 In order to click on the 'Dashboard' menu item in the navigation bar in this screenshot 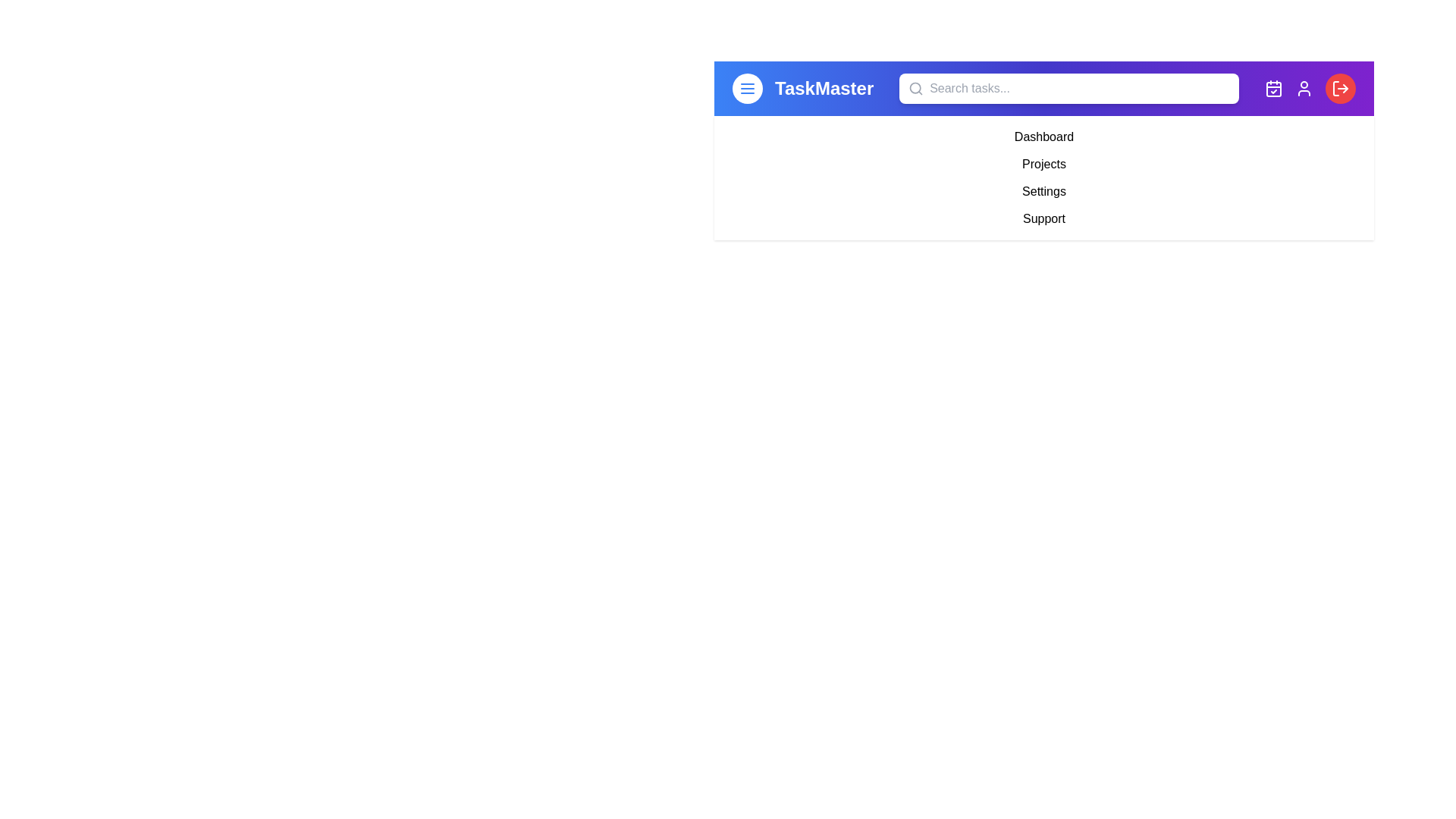, I will do `click(1043, 137)`.